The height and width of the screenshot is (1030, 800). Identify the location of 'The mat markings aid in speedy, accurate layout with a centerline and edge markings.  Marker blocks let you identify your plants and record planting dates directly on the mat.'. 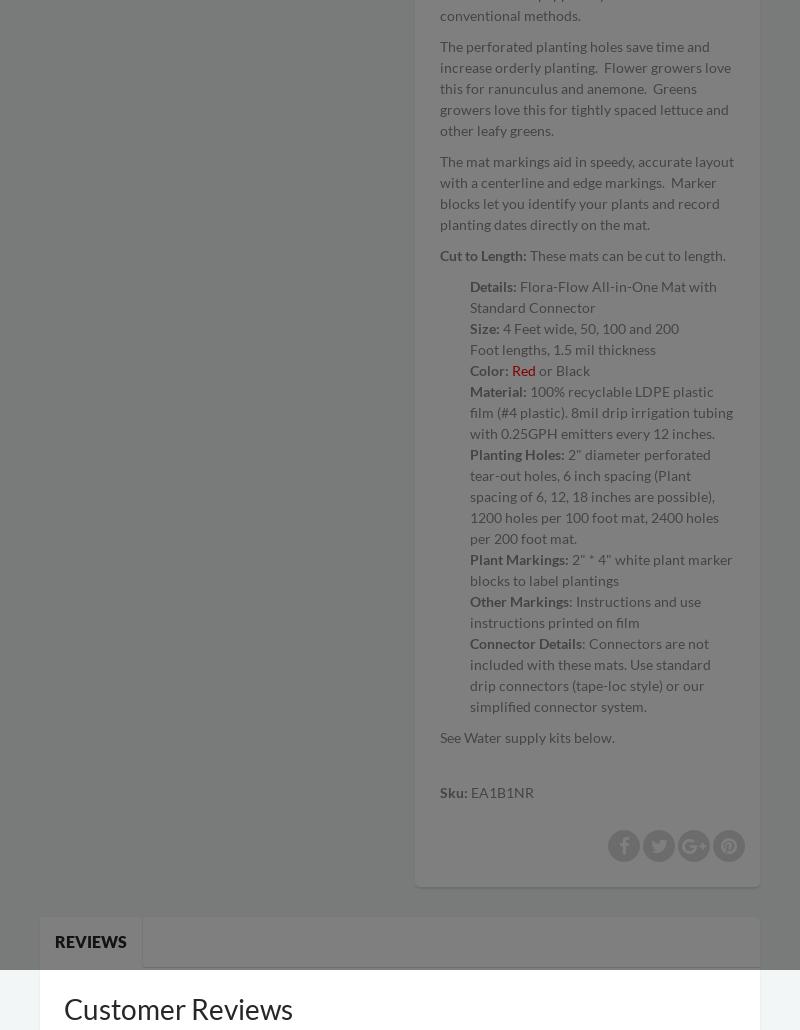
(439, 193).